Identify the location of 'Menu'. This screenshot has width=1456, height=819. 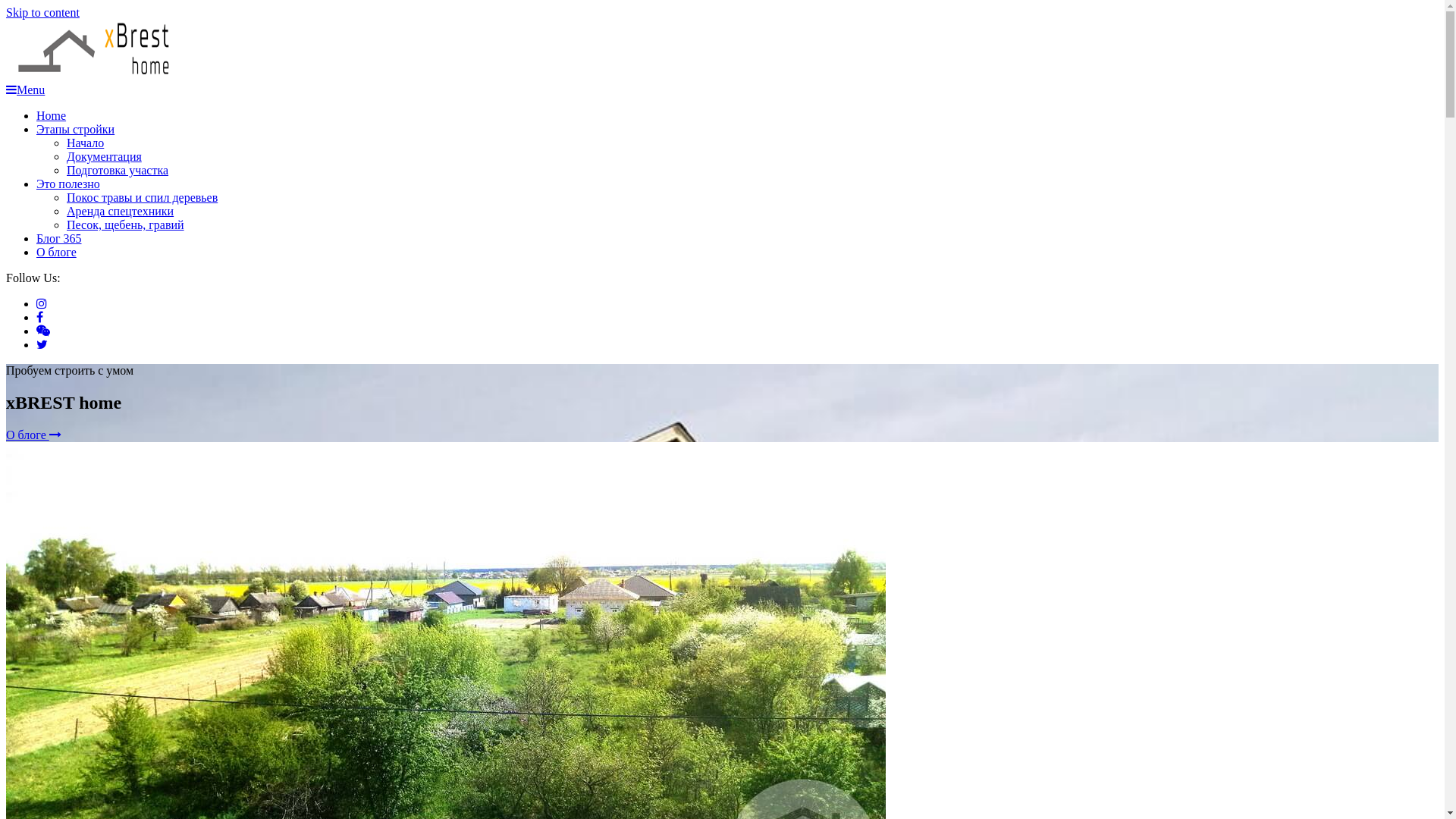
(25, 89).